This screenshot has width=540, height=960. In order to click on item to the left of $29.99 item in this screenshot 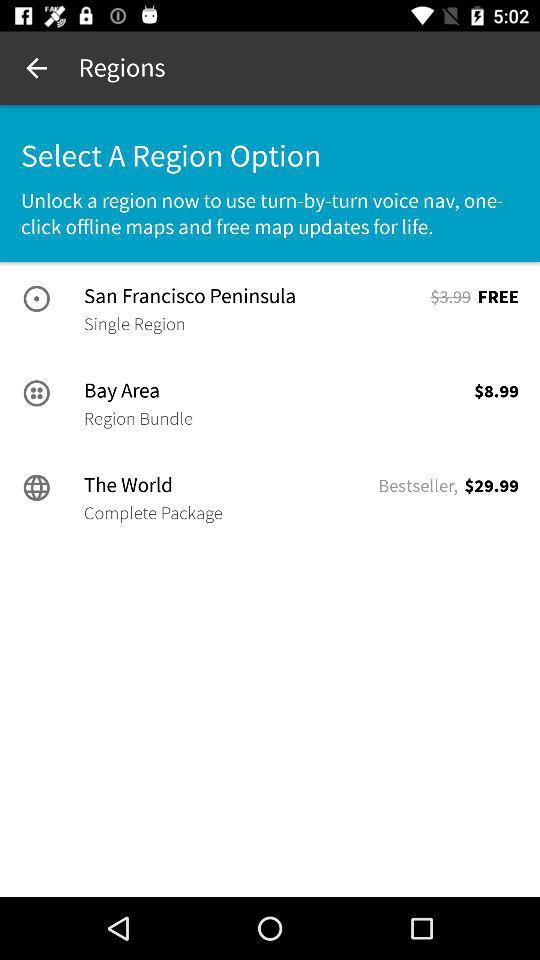, I will do `click(417, 485)`.